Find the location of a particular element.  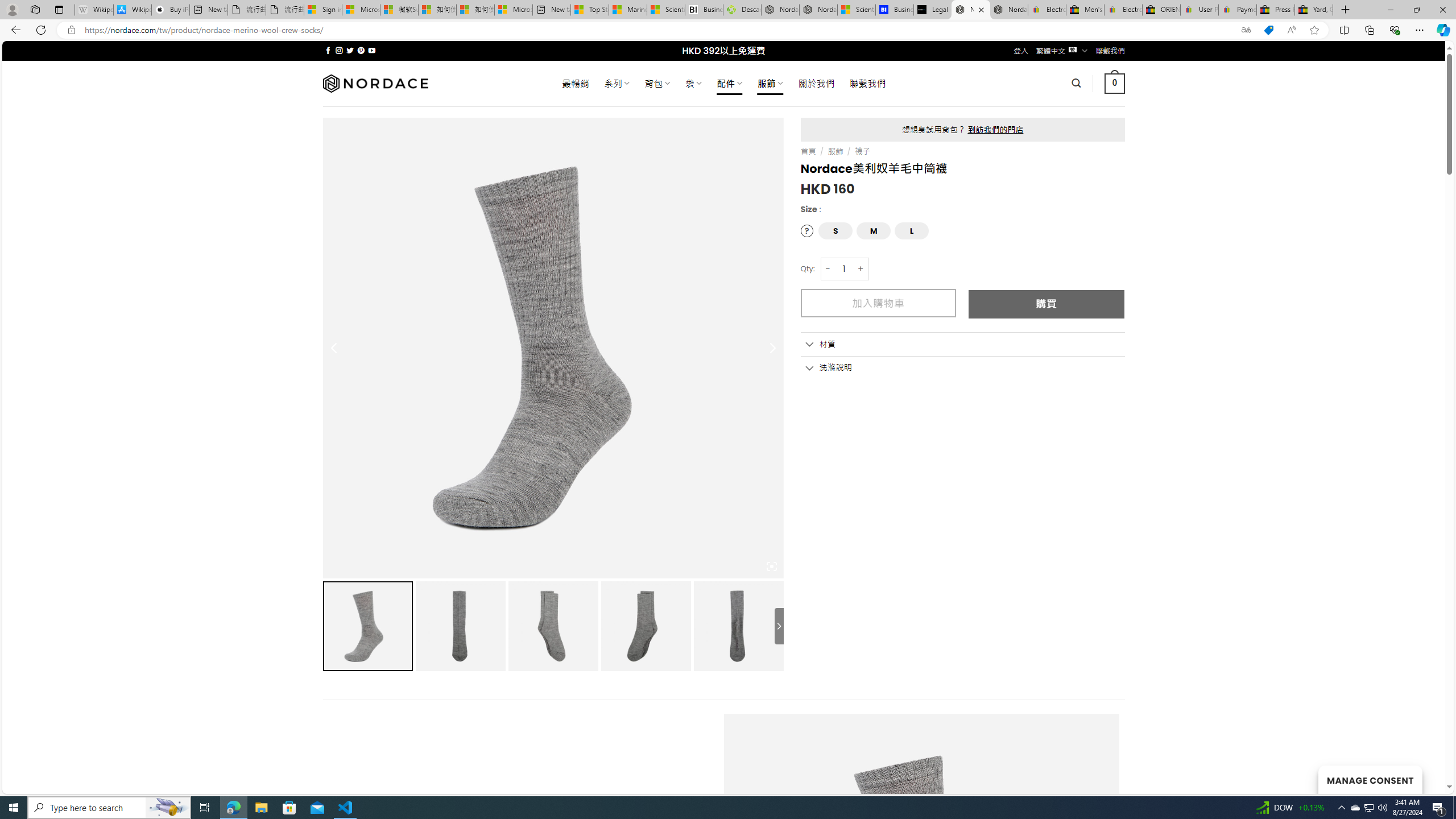

'Yard, Garden & Outdoor Living' is located at coordinates (1314, 9).